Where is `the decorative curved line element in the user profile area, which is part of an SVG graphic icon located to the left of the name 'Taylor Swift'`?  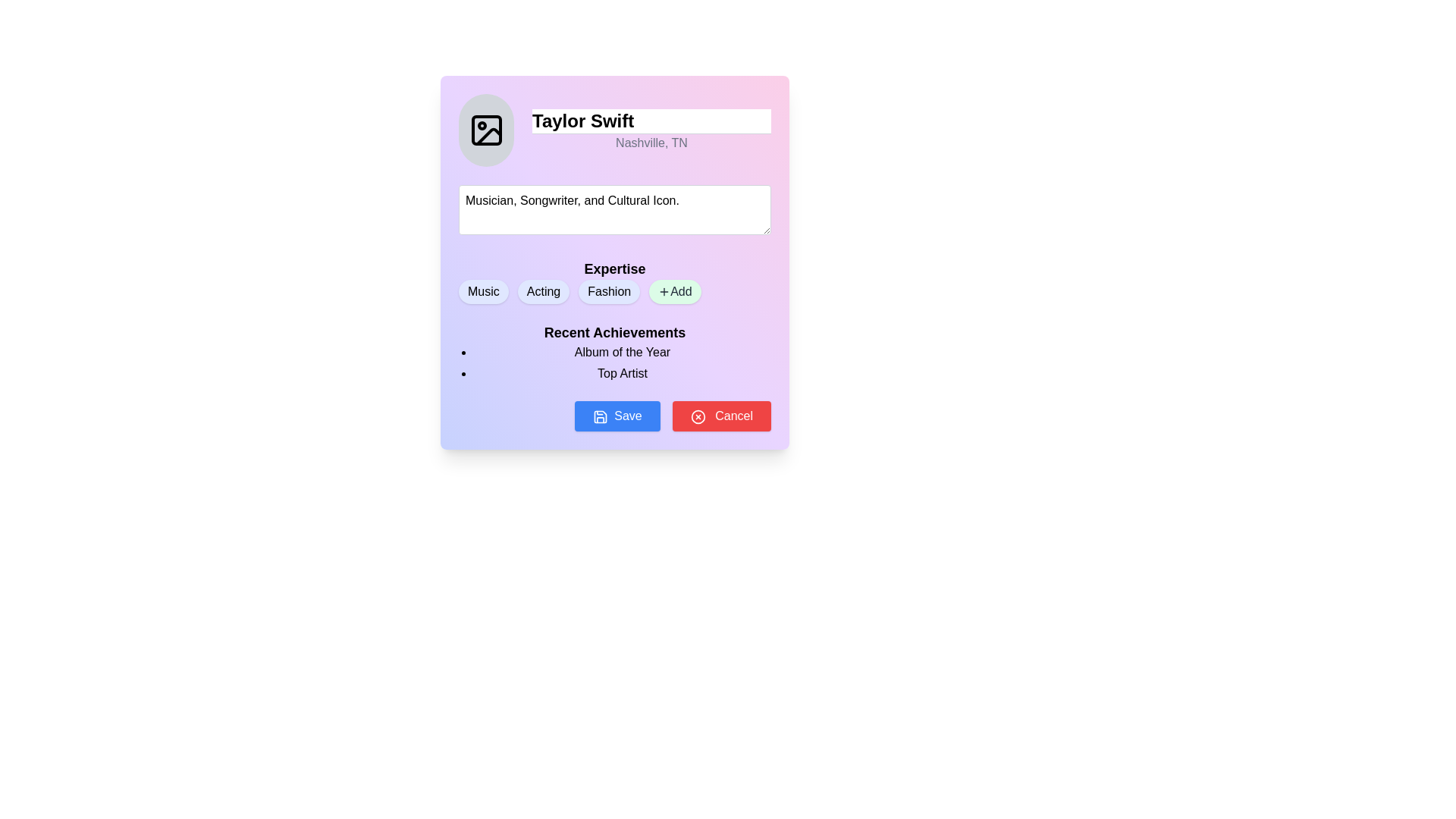
the decorative curved line element in the user profile area, which is part of an SVG graphic icon located to the left of the name 'Taylor Swift' is located at coordinates (488, 136).